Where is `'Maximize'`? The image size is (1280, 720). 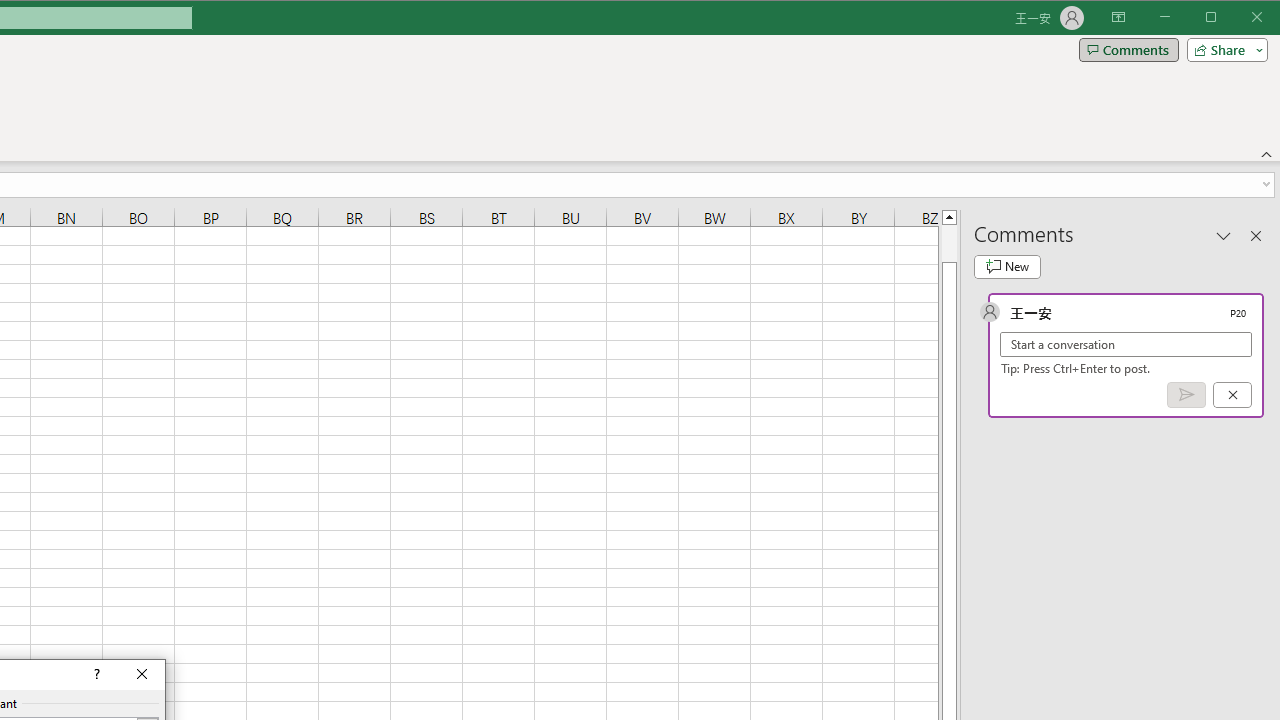
'Maximize' is located at coordinates (1238, 19).